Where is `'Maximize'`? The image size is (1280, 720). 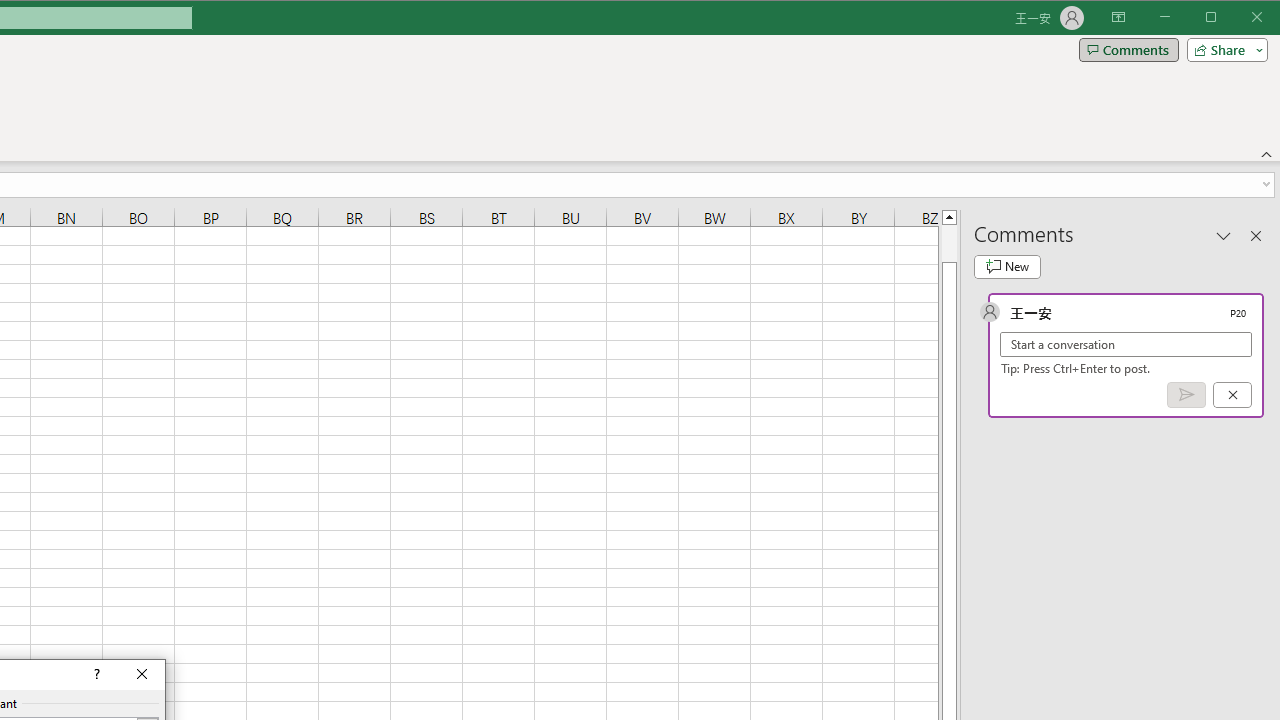
'Maximize' is located at coordinates (1238, 19).